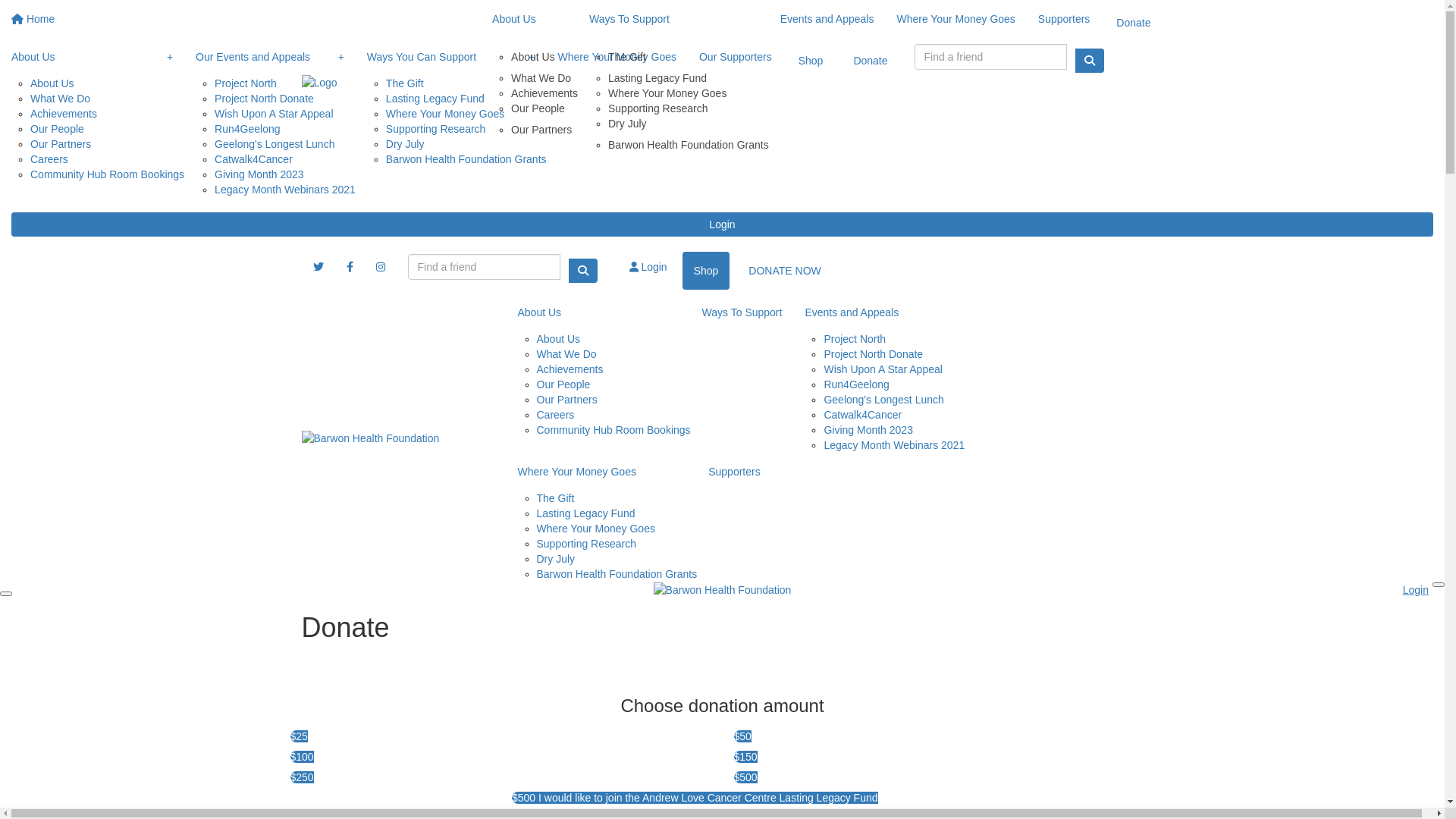 Image resolution: width=1456 pixels, height=819 pixels. What do you see at coordinates (450, 55) in the screenshot?
I see `'Ways You Can Support` at bounding box center [450, 55].